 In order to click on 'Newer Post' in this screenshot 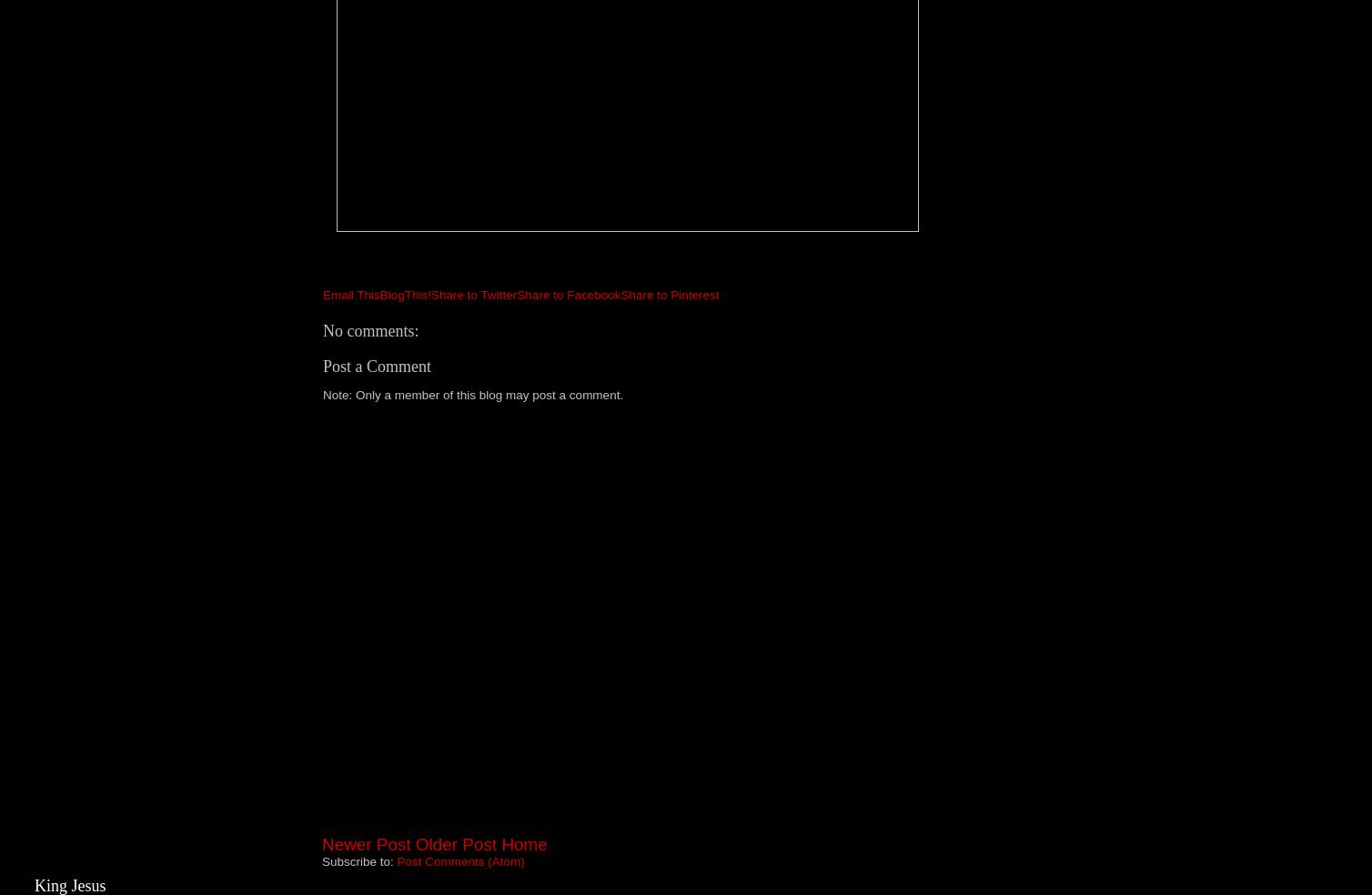, I will do `click(366, 844)`.